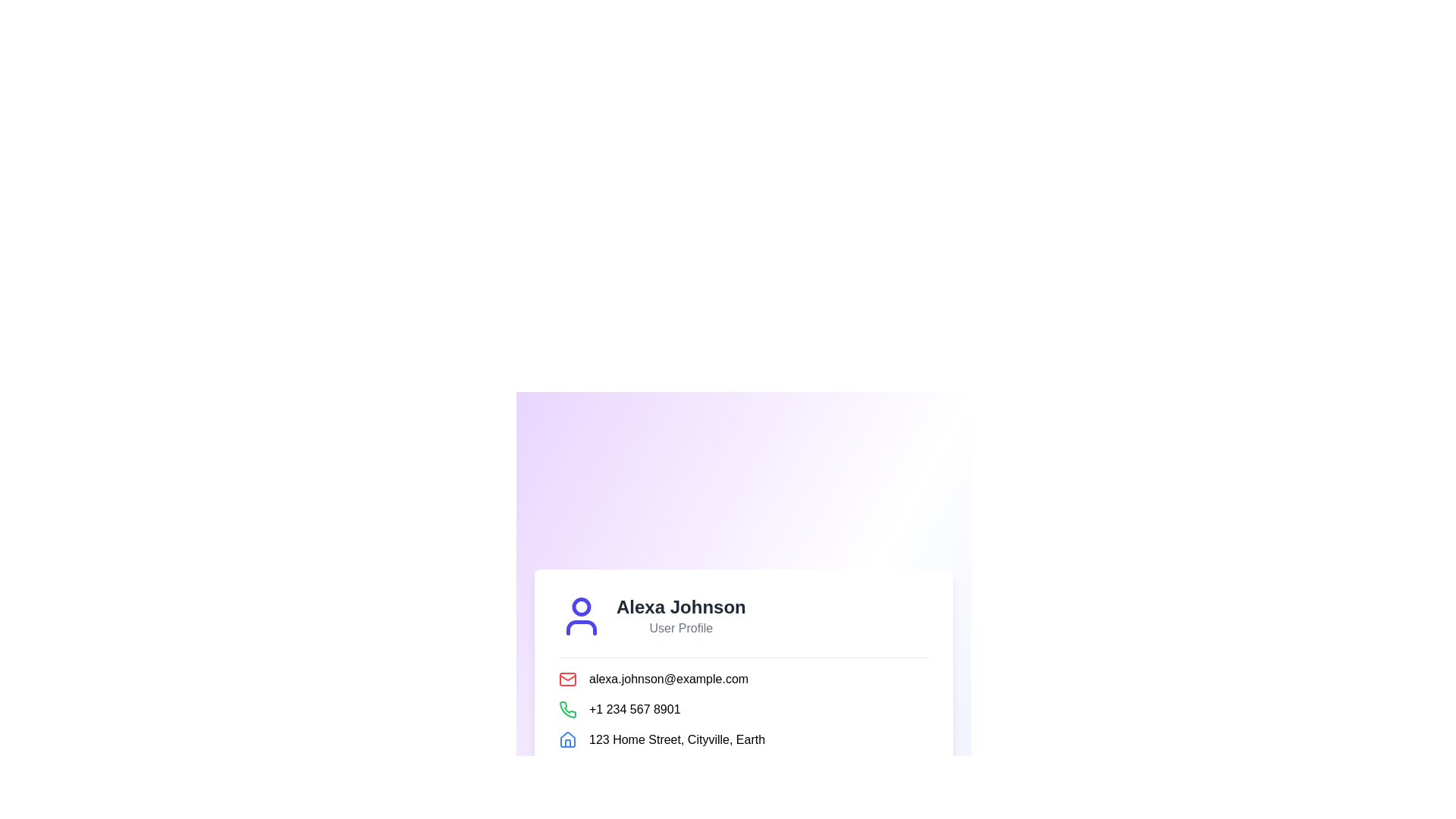 This screenshot has width=1456, height=819. Describe the element at coordinates (743, 678) in the screenshot. I see `the email address 'alexa.johnson@example.com' with the accompanying red envelope icon, which is the first entry in the contact details list under the heading 'Alexa Johnson'` at that location.